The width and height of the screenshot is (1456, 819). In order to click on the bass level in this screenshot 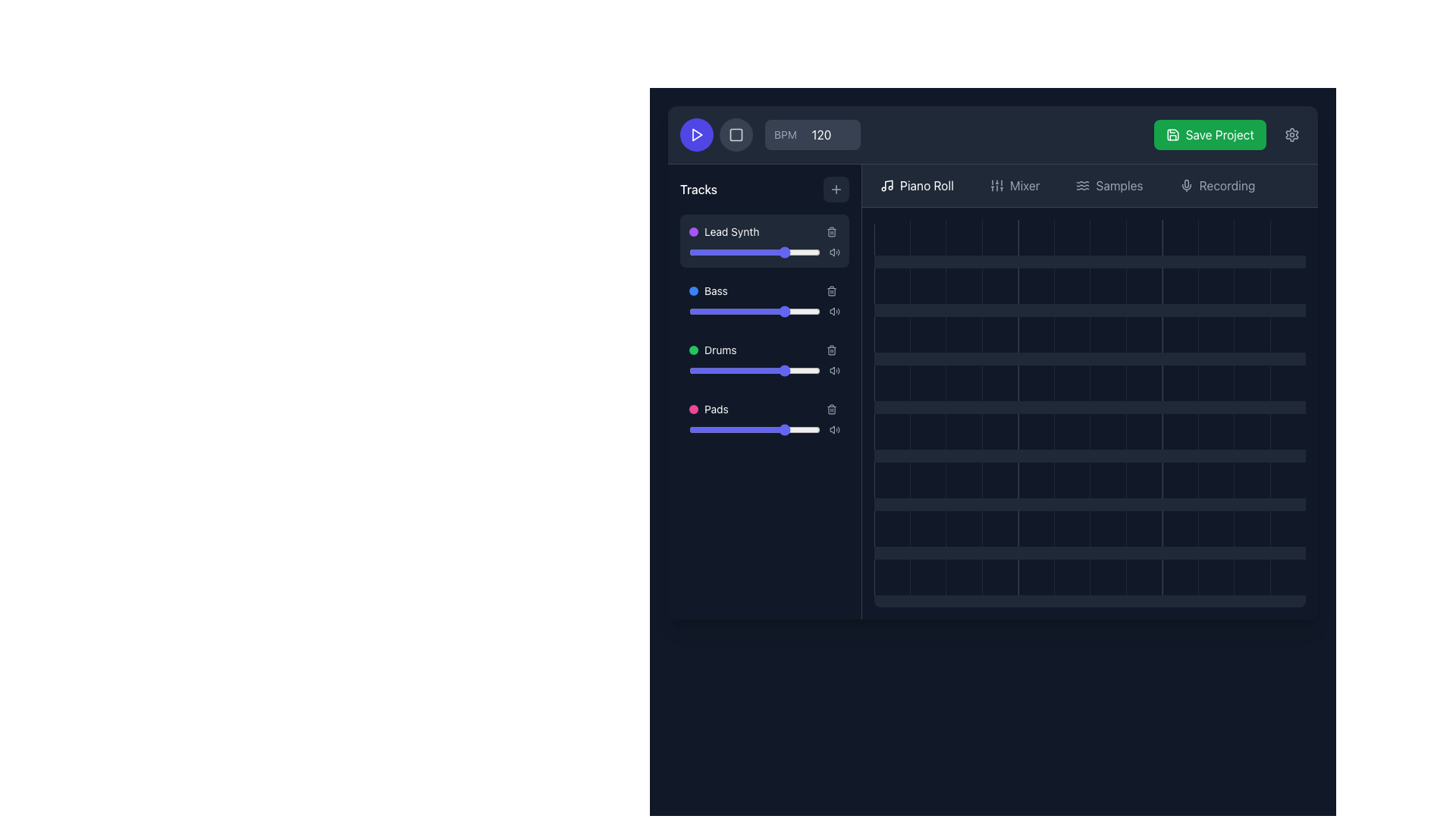, I will do `click(707, 311)`.